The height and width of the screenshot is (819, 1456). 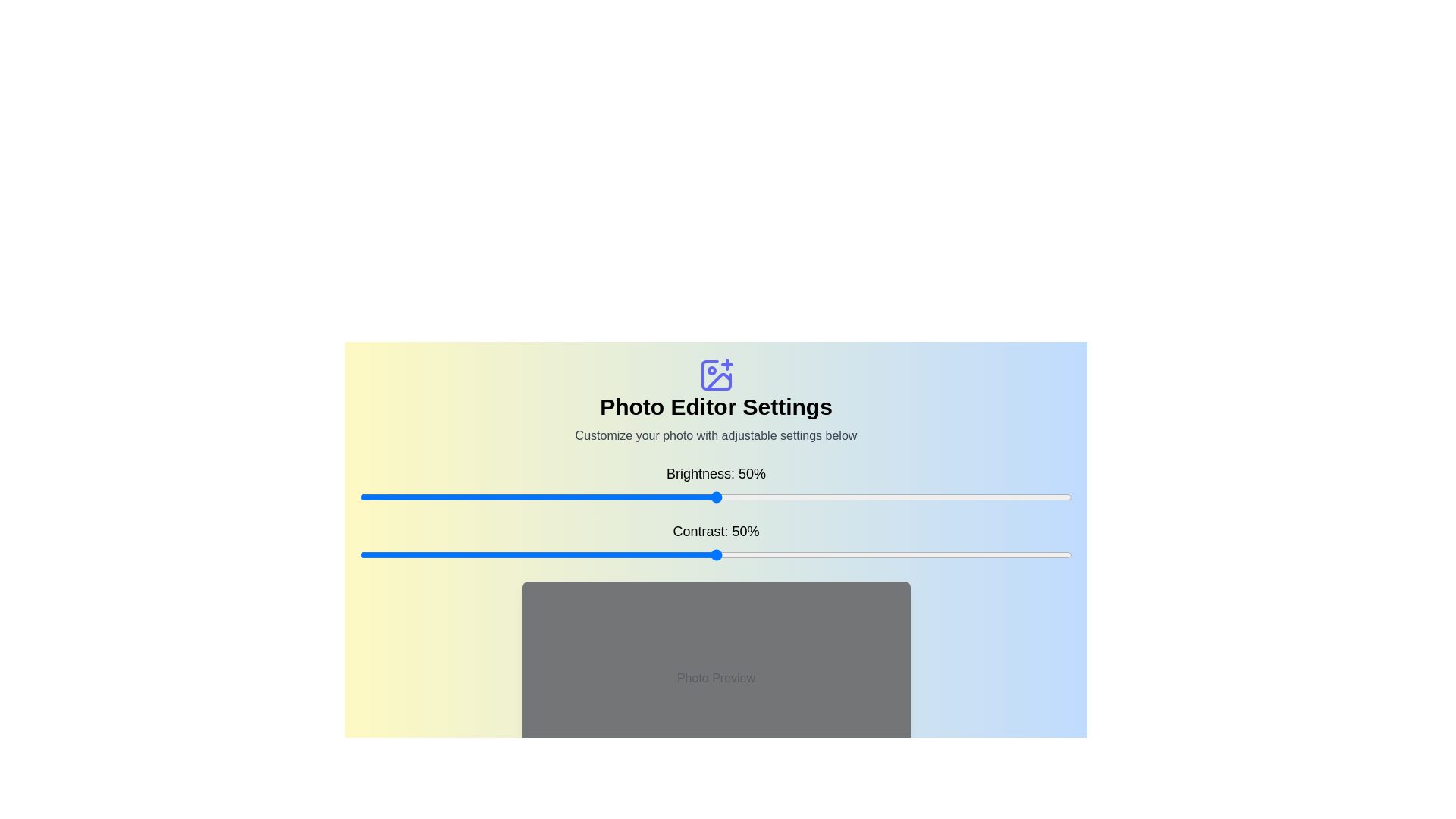 What do you see at coordinates (617, 555) in the screenshot?
I see `the contrast slider to 36%` at bounding box center [617, 555].